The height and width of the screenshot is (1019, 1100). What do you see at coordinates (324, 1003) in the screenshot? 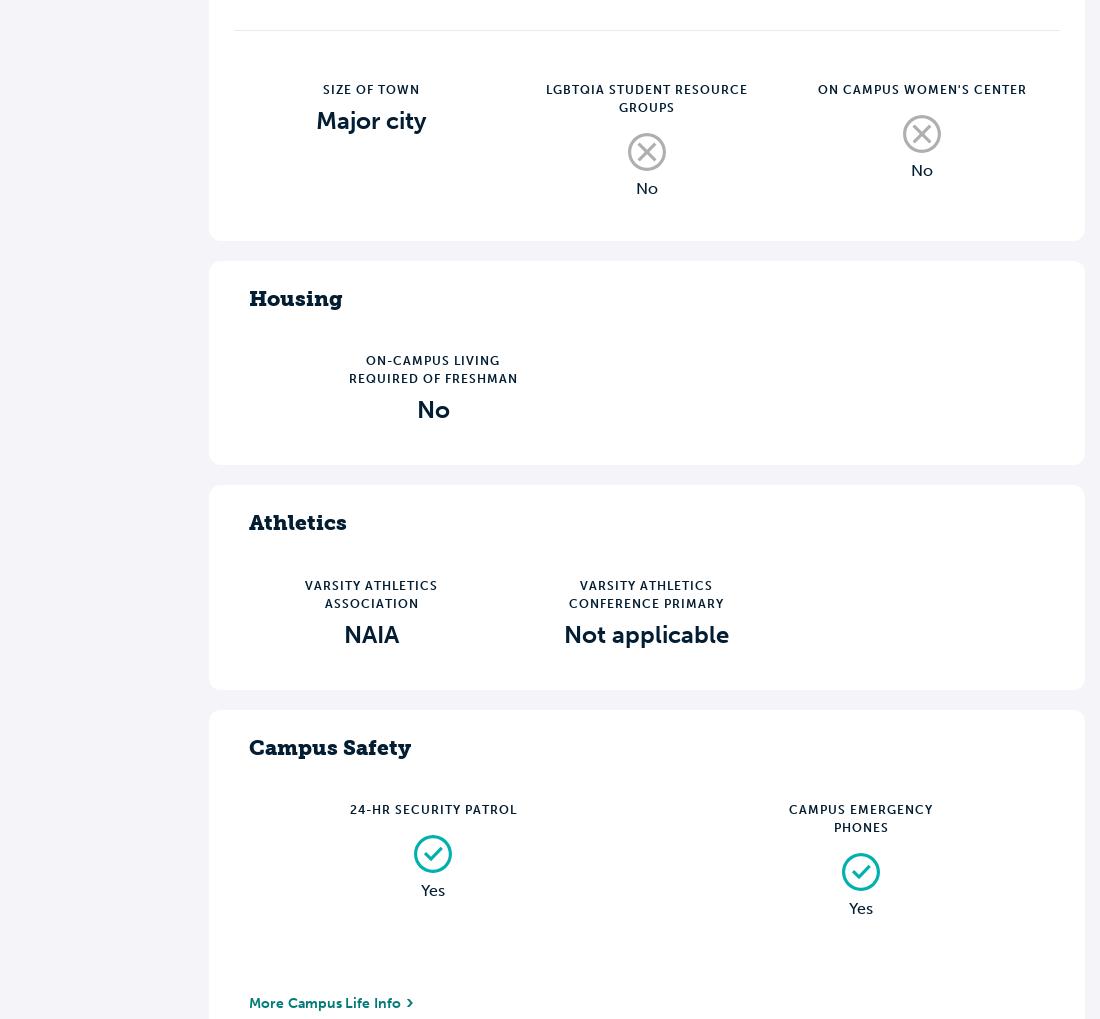
I see `'More Campus Life Info'` at bounding box center [324, 1003].